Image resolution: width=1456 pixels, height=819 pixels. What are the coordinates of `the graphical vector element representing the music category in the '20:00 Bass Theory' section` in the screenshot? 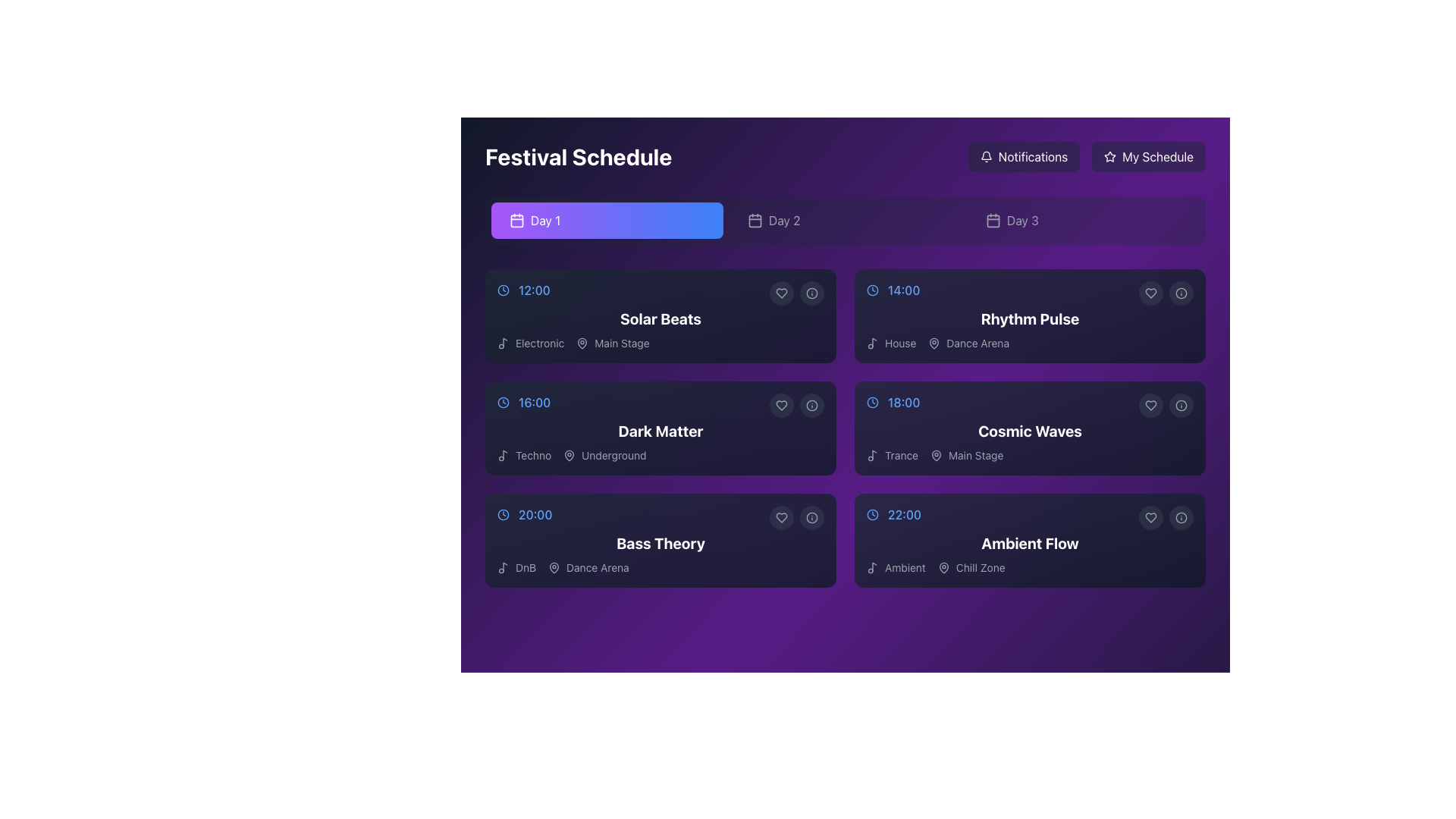 It's located at (505, 566).